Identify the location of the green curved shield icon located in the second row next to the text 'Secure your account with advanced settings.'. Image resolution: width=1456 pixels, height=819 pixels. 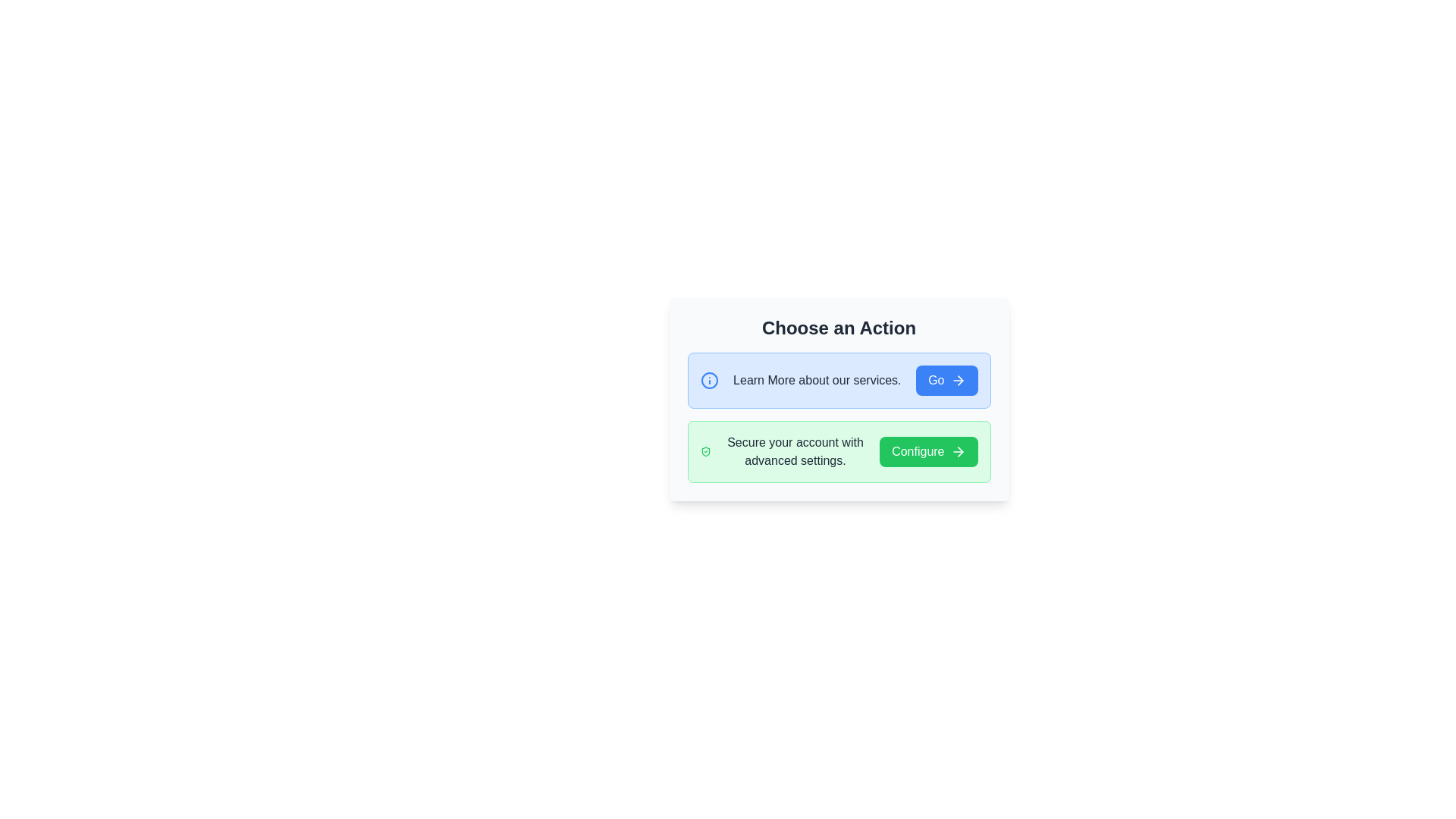
(704, 451).